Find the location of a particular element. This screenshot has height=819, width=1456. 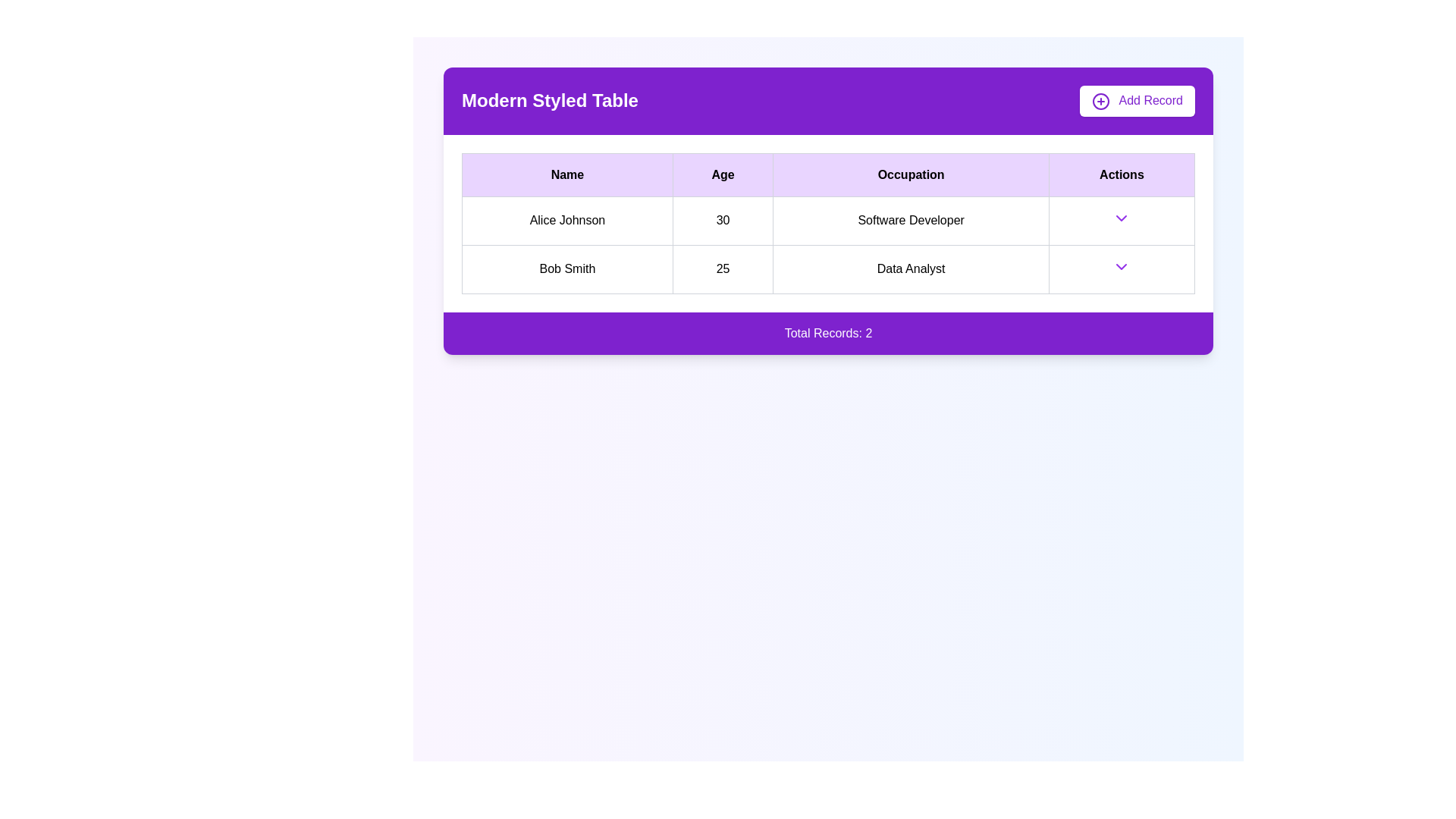

the Toggle icon located in the last cell of the second row under the 'Actions' column is located at coordinates (1122, 268).